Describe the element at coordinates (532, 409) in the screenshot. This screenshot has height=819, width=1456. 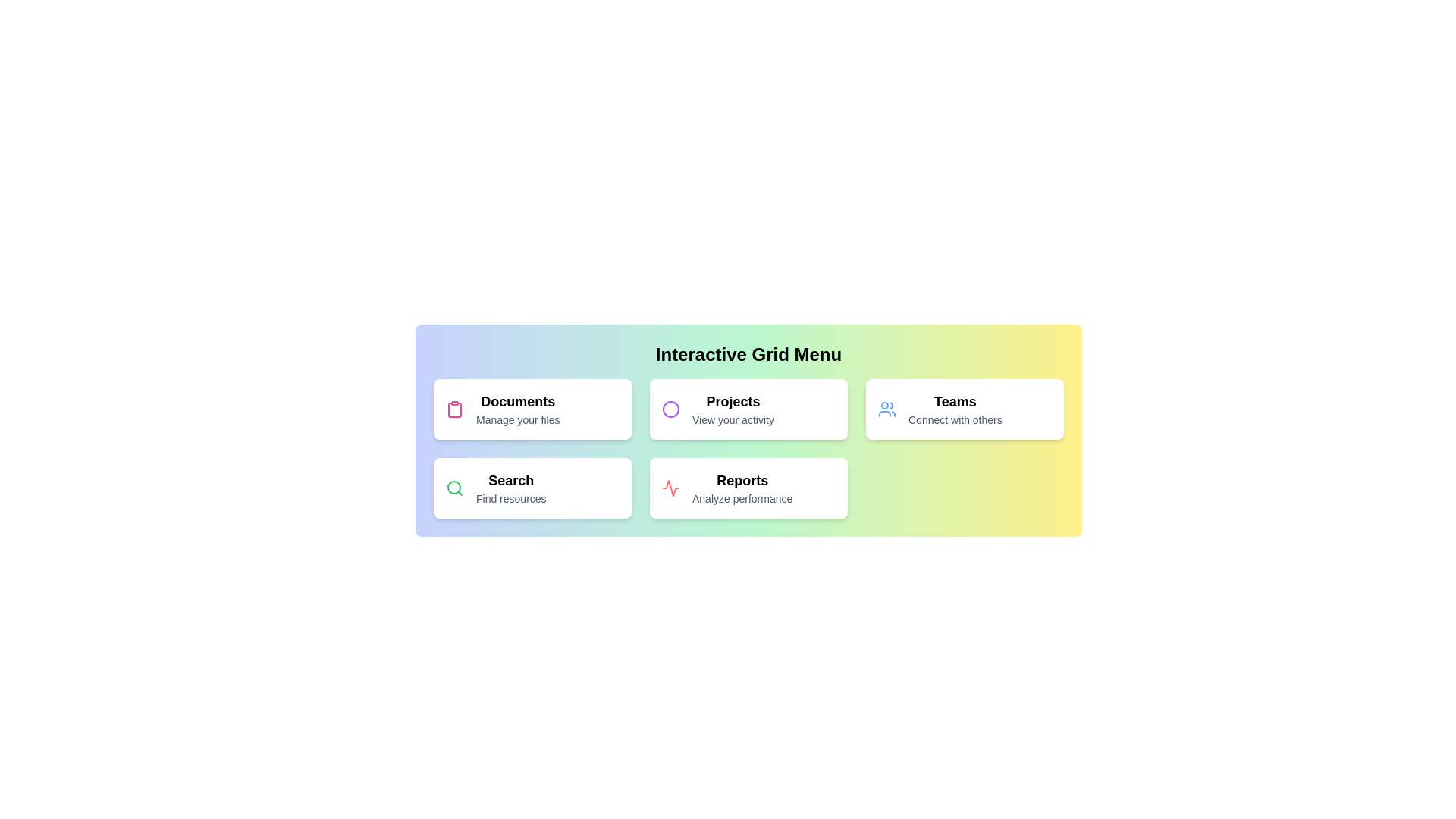
I see `the Documents menu item to select it` at that location.